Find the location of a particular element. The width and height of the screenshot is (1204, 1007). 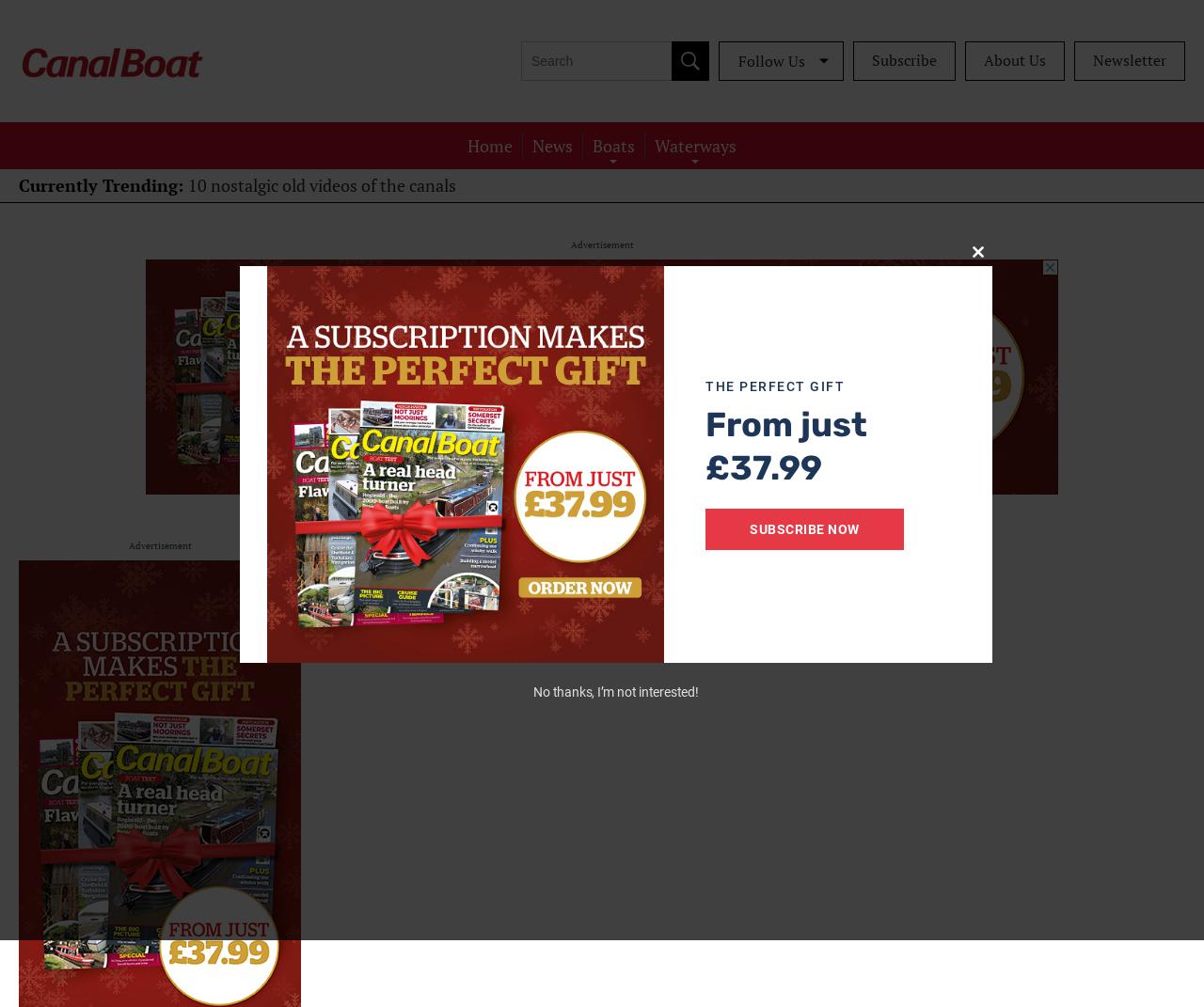

'Home' is located at coordinates (489, 144).